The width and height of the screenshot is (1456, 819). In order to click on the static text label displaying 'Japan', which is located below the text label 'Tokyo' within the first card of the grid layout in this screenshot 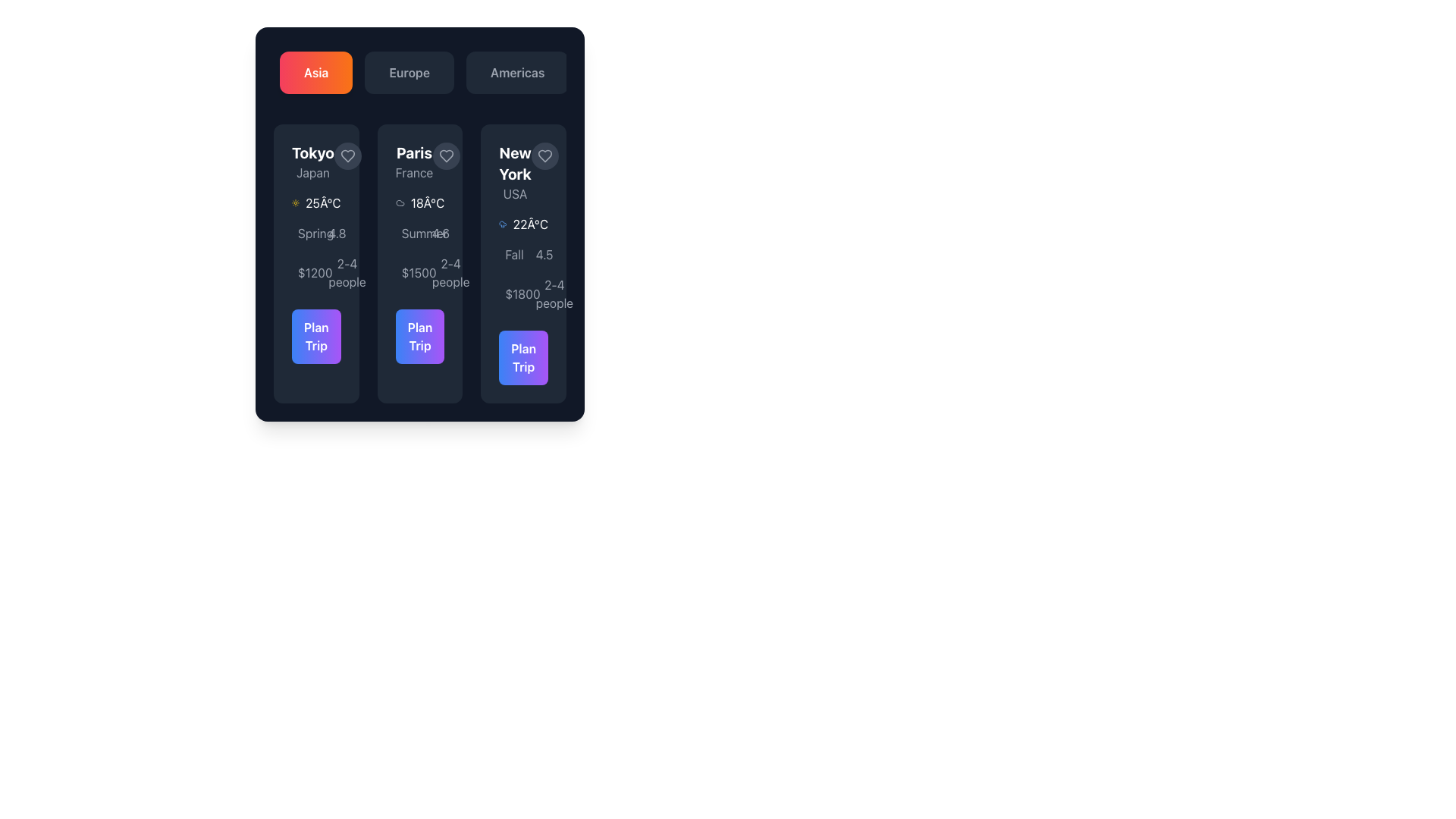, I will do `click(312, 171)`.